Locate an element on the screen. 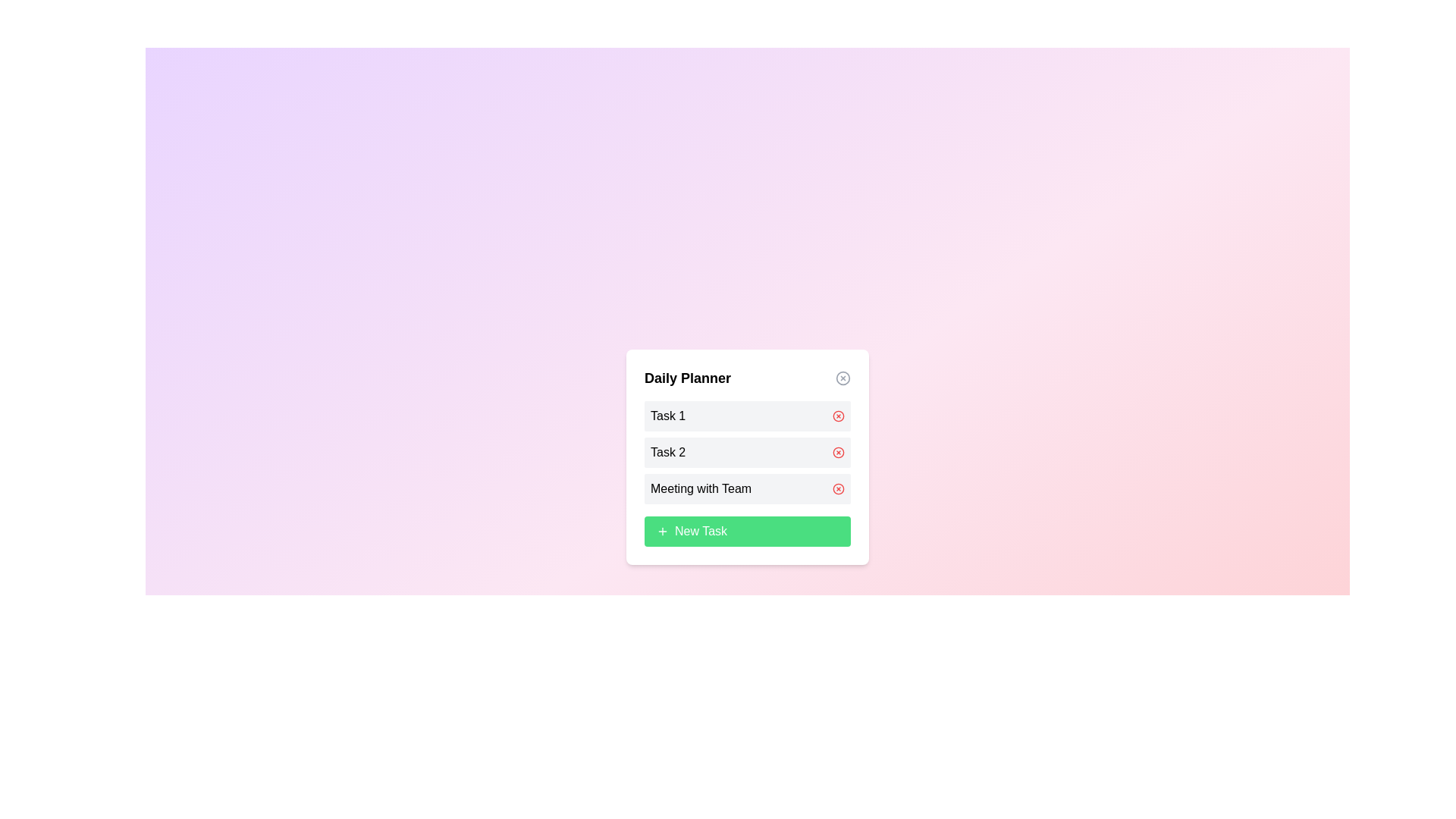 This screenshot has height=819, width=1456. the dialog title to inspect its content is located at coordinates (747, 377).